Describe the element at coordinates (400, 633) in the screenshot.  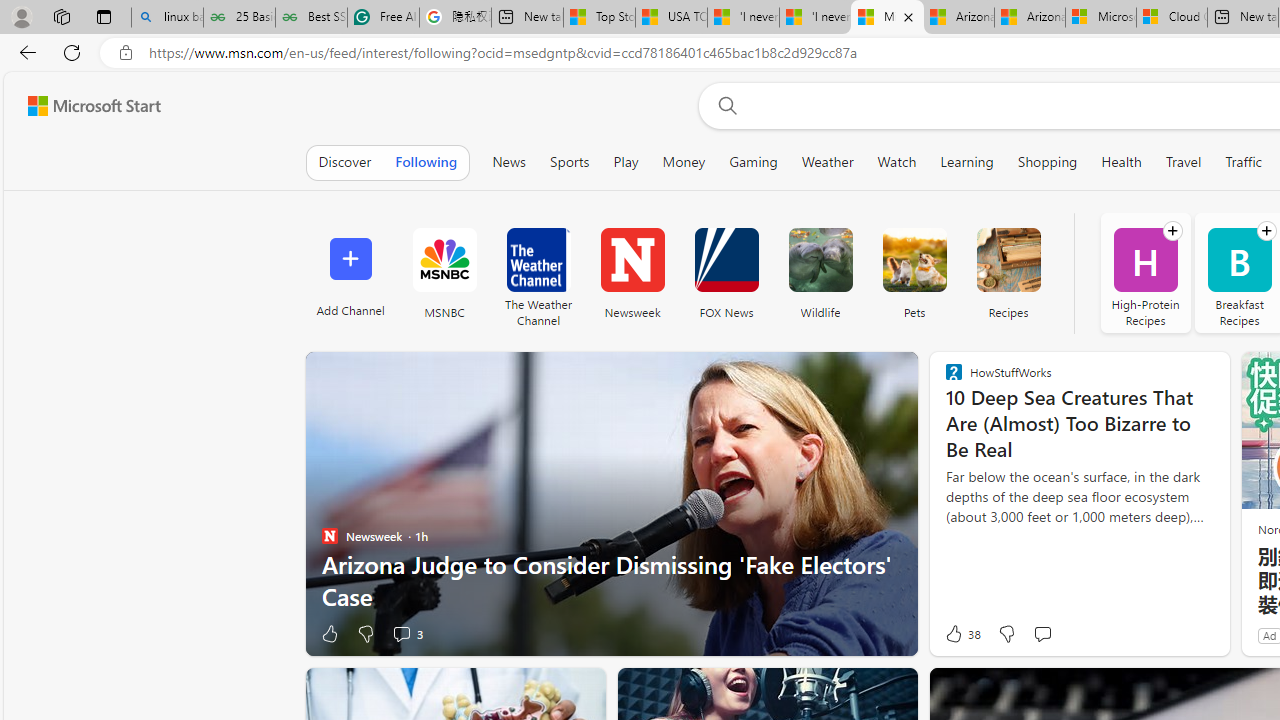
I see `'View comments 3 Comment'` at that location.